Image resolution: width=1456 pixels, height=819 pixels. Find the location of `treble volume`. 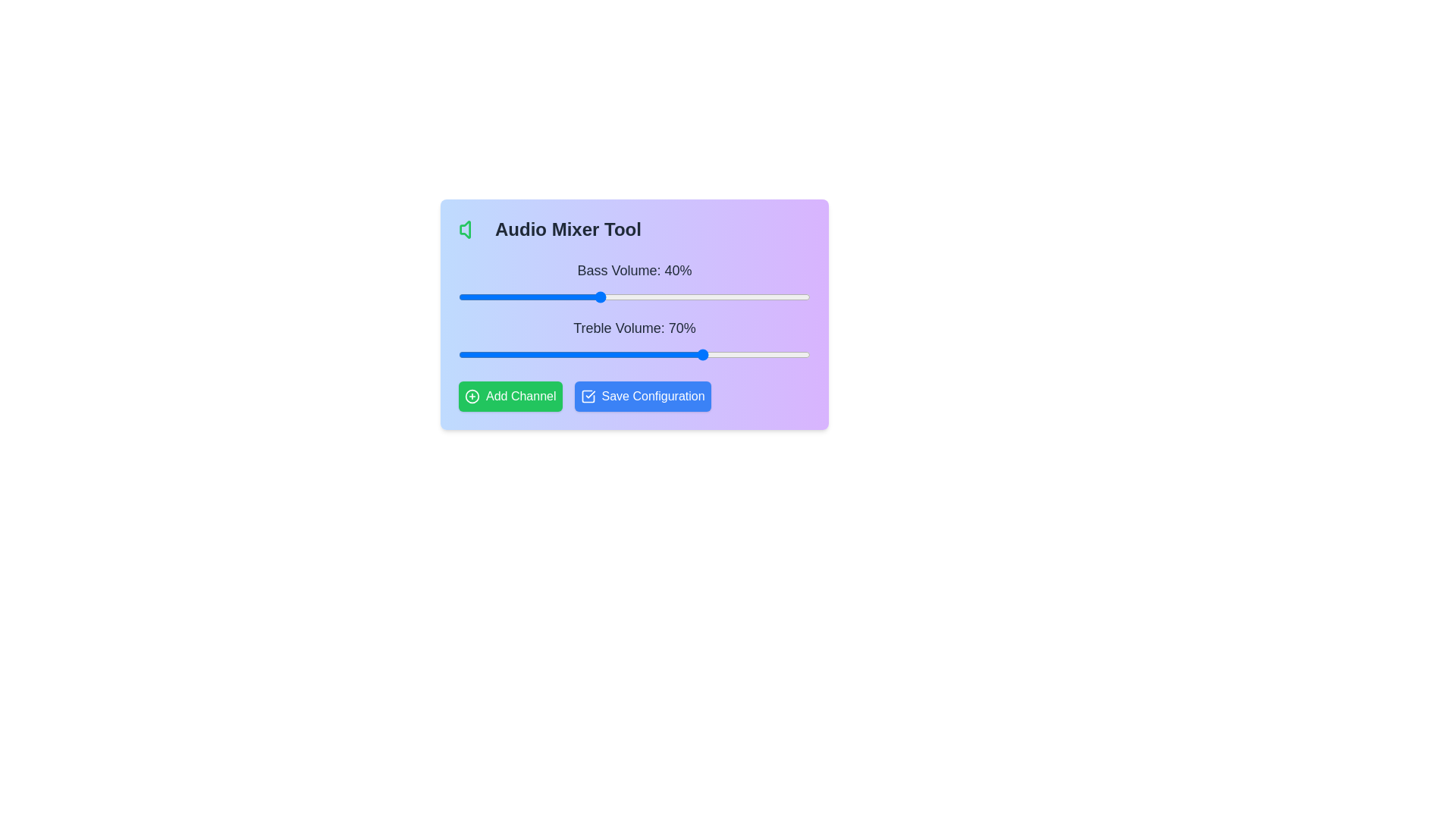

treble volume is located at coordinates (536, 354).